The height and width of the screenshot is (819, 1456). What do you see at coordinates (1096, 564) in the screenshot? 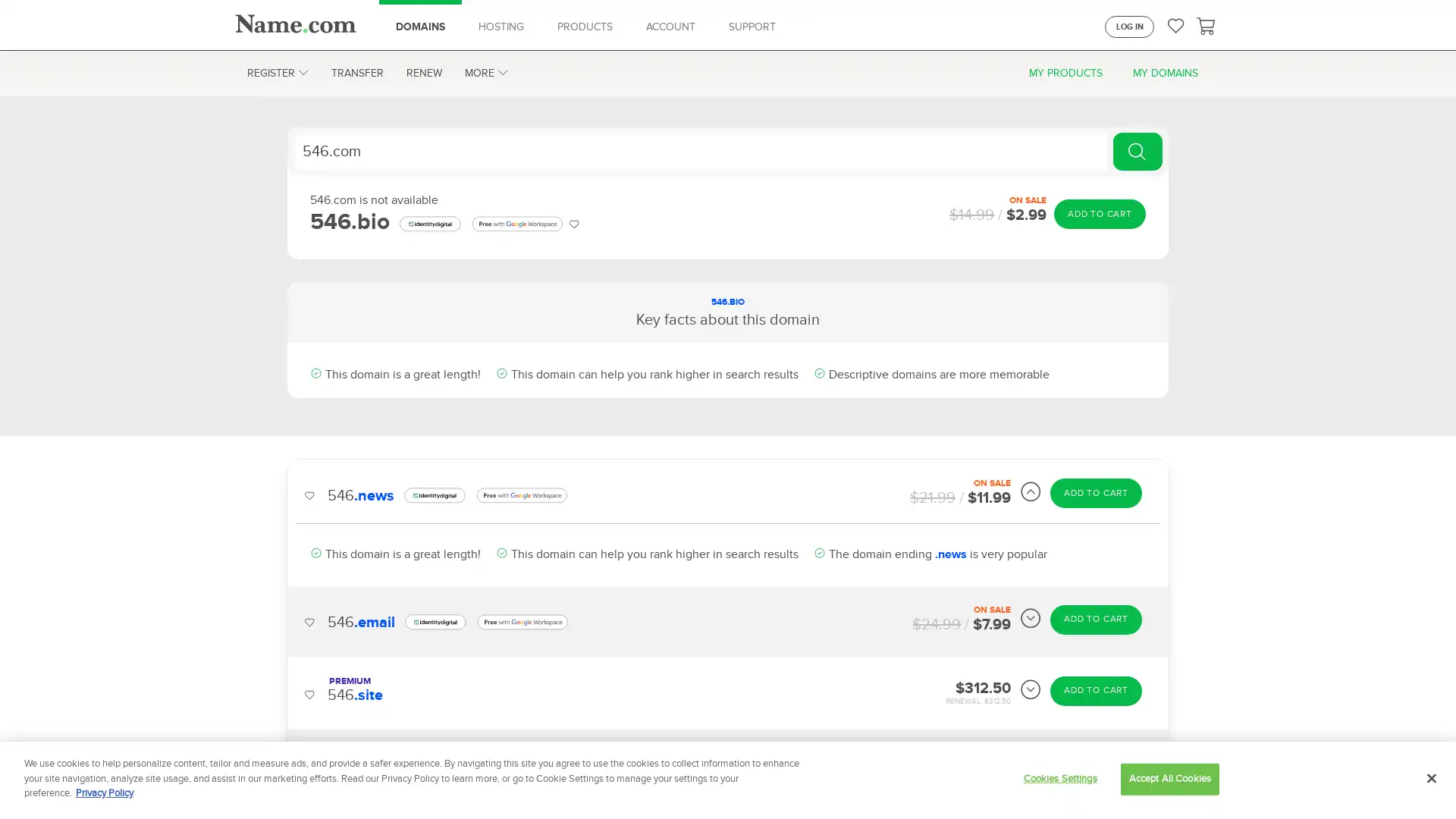
I see `ADD TO CART` at bounding box center [1096, 564].